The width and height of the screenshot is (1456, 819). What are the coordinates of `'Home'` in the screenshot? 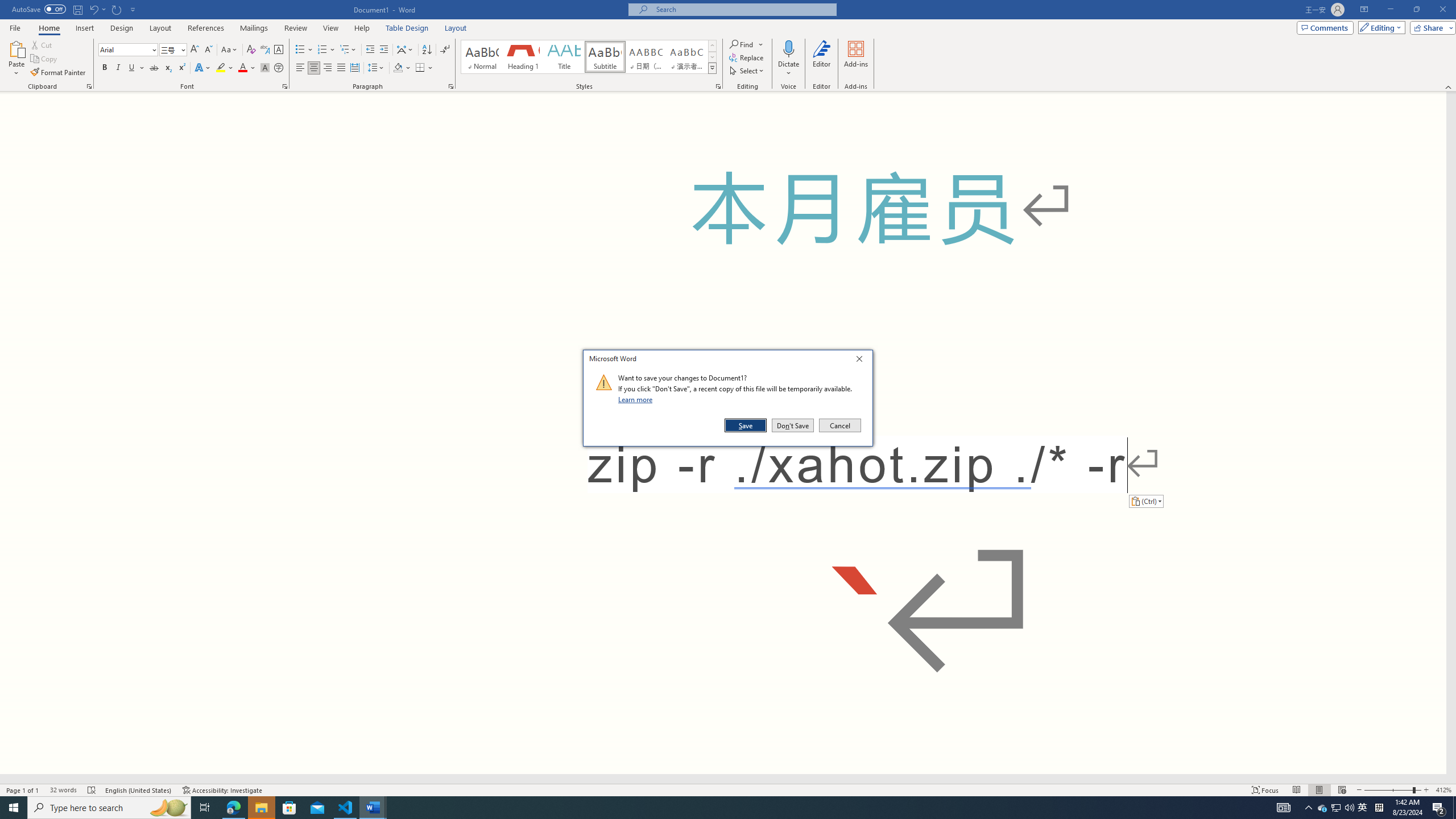 It's located at (48, 28).